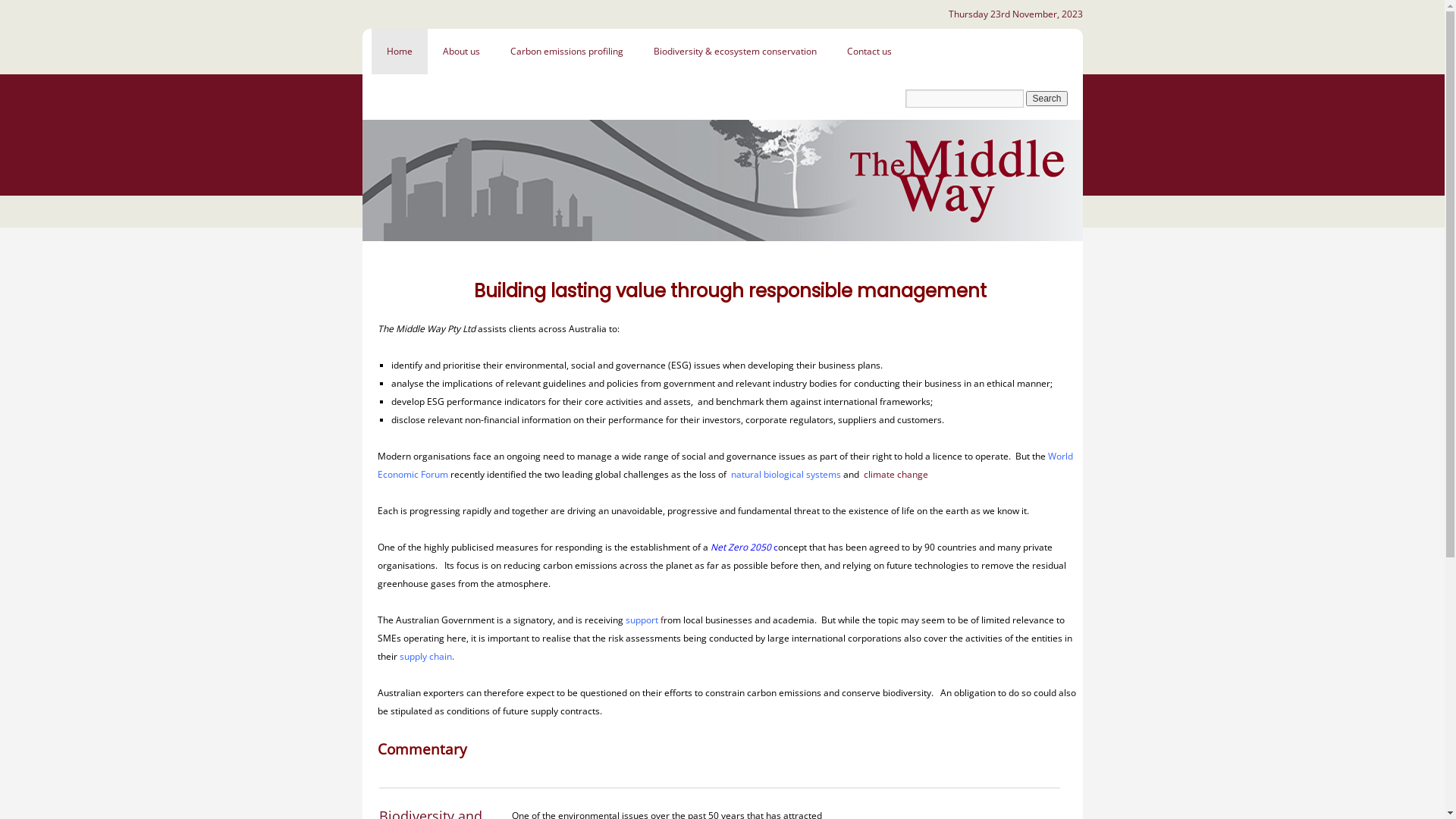 This screenshot has height=819, width=1456. Describe the element at coordinates (644, 620) in the screenshot. I see `'support f'` at that location.